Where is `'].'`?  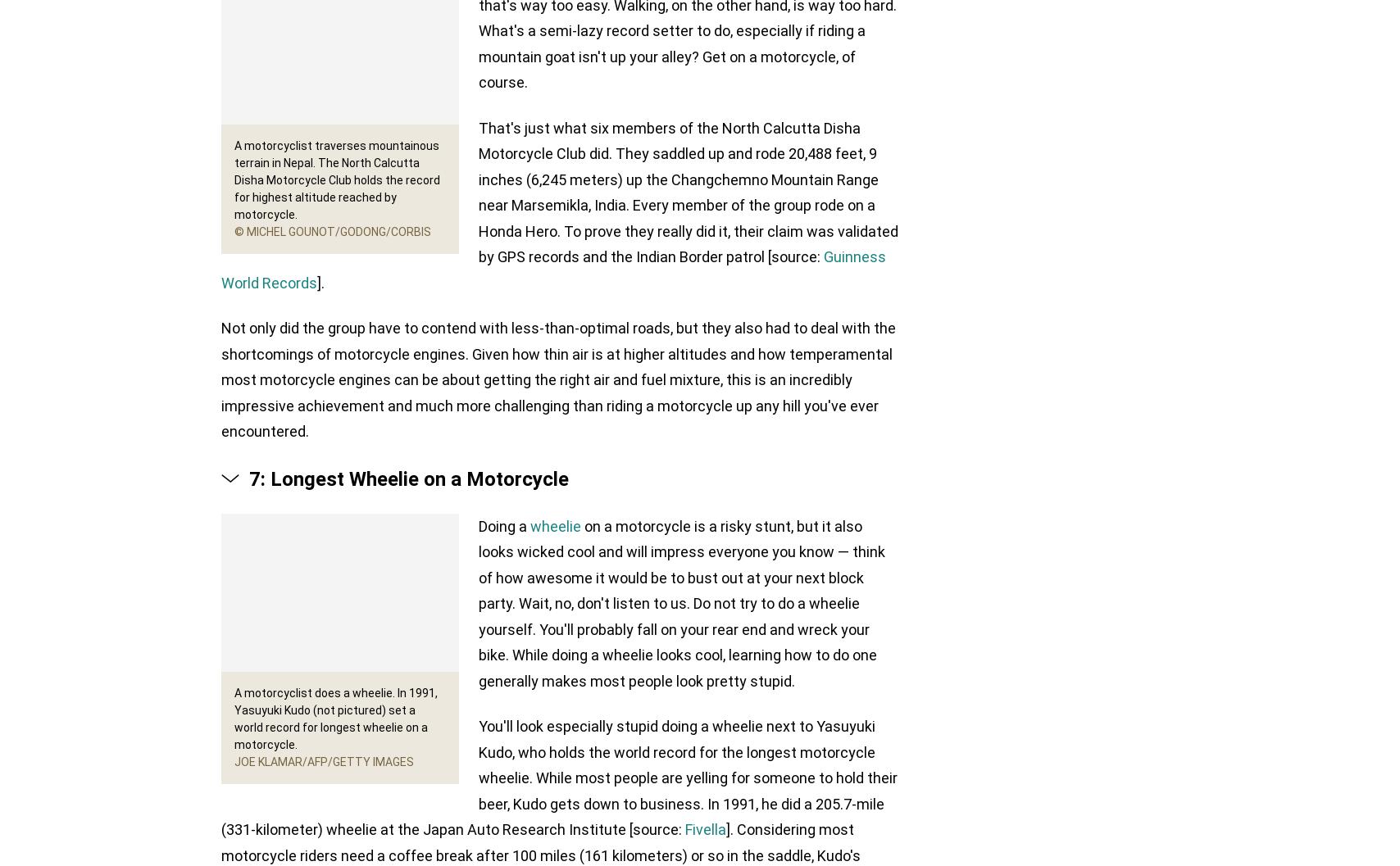 '].' is located at coordinates (320, 282).